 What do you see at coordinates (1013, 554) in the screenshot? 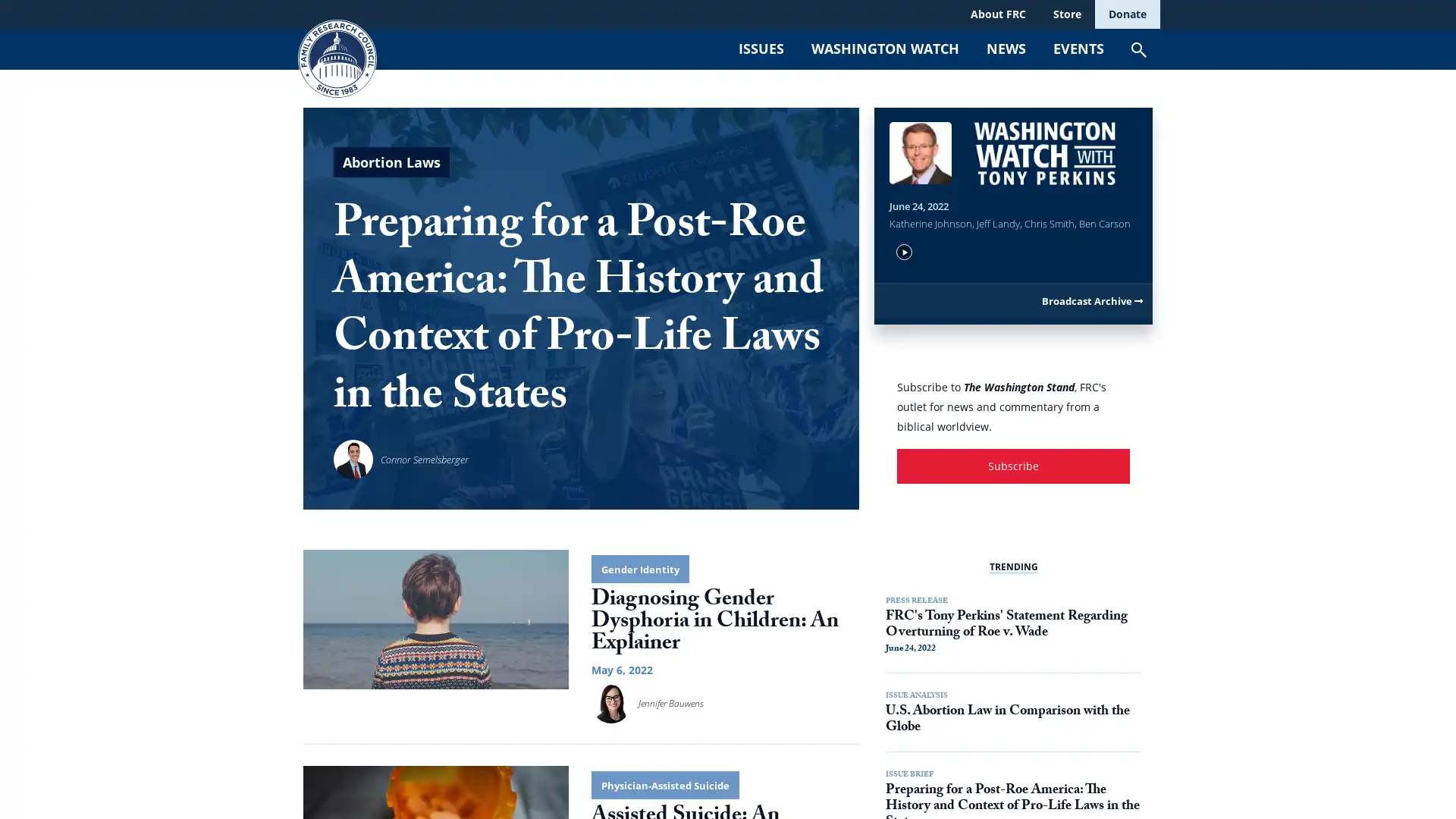
I see `Subscribe` at bounding box center [1013, 554].